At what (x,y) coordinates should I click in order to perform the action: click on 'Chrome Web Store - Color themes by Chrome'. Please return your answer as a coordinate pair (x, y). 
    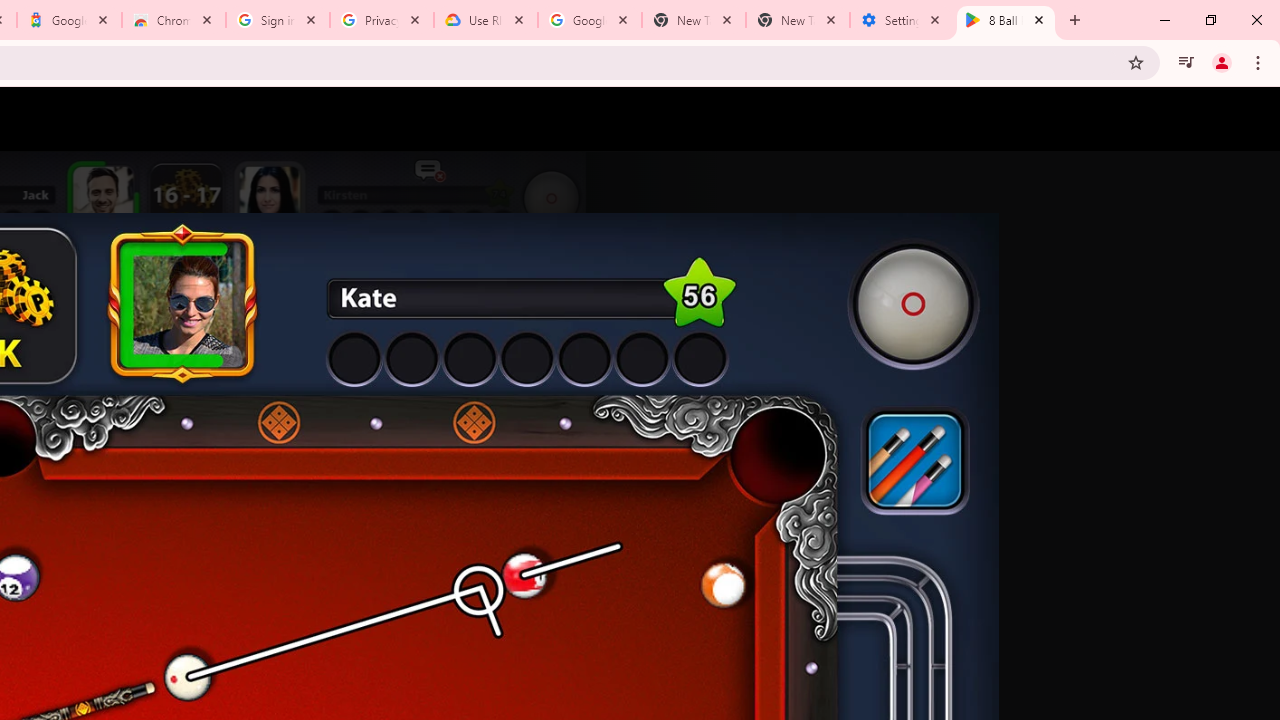
    Looking at the image, I should click on (174, 20).